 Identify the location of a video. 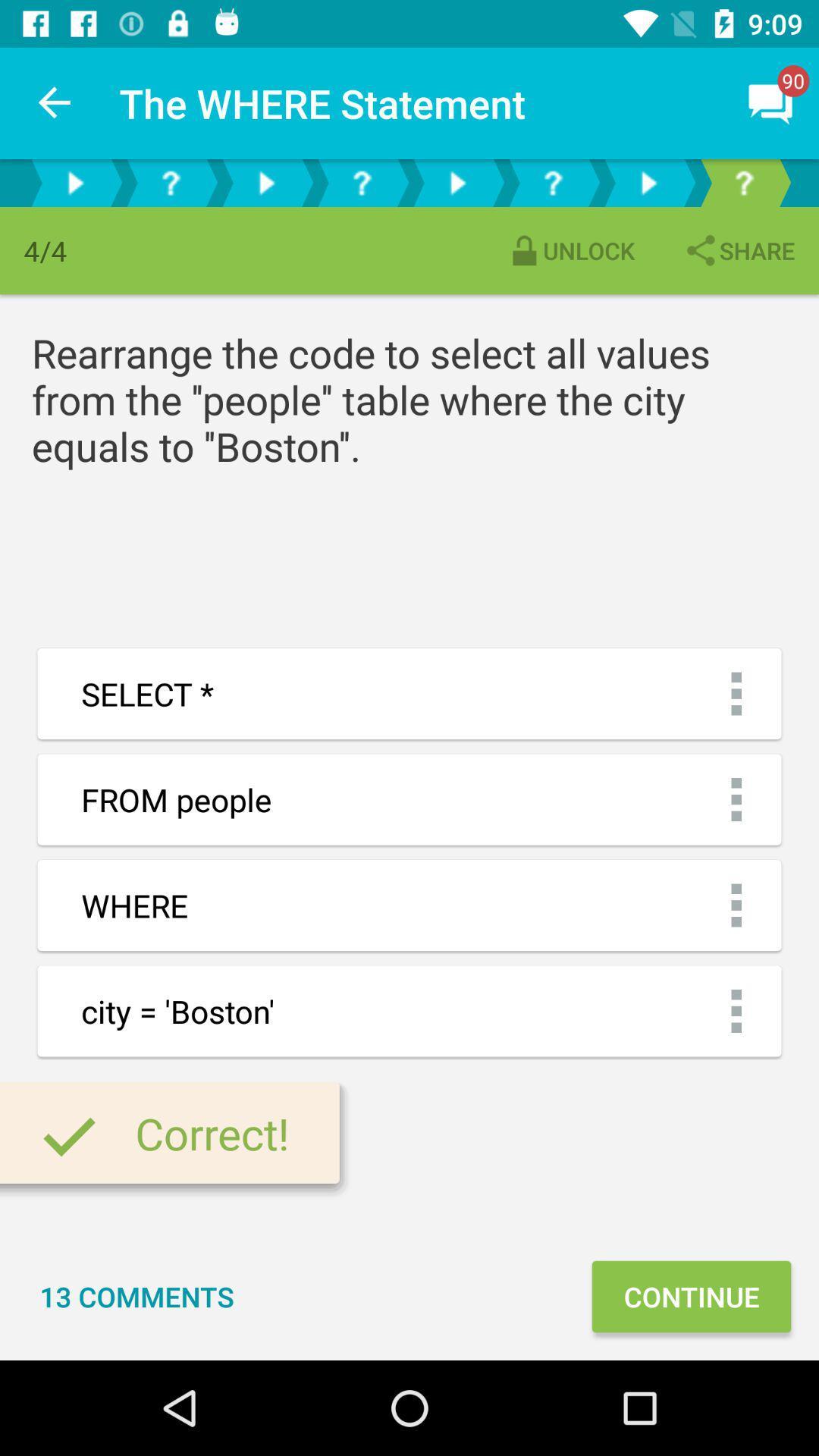
(456, 182).